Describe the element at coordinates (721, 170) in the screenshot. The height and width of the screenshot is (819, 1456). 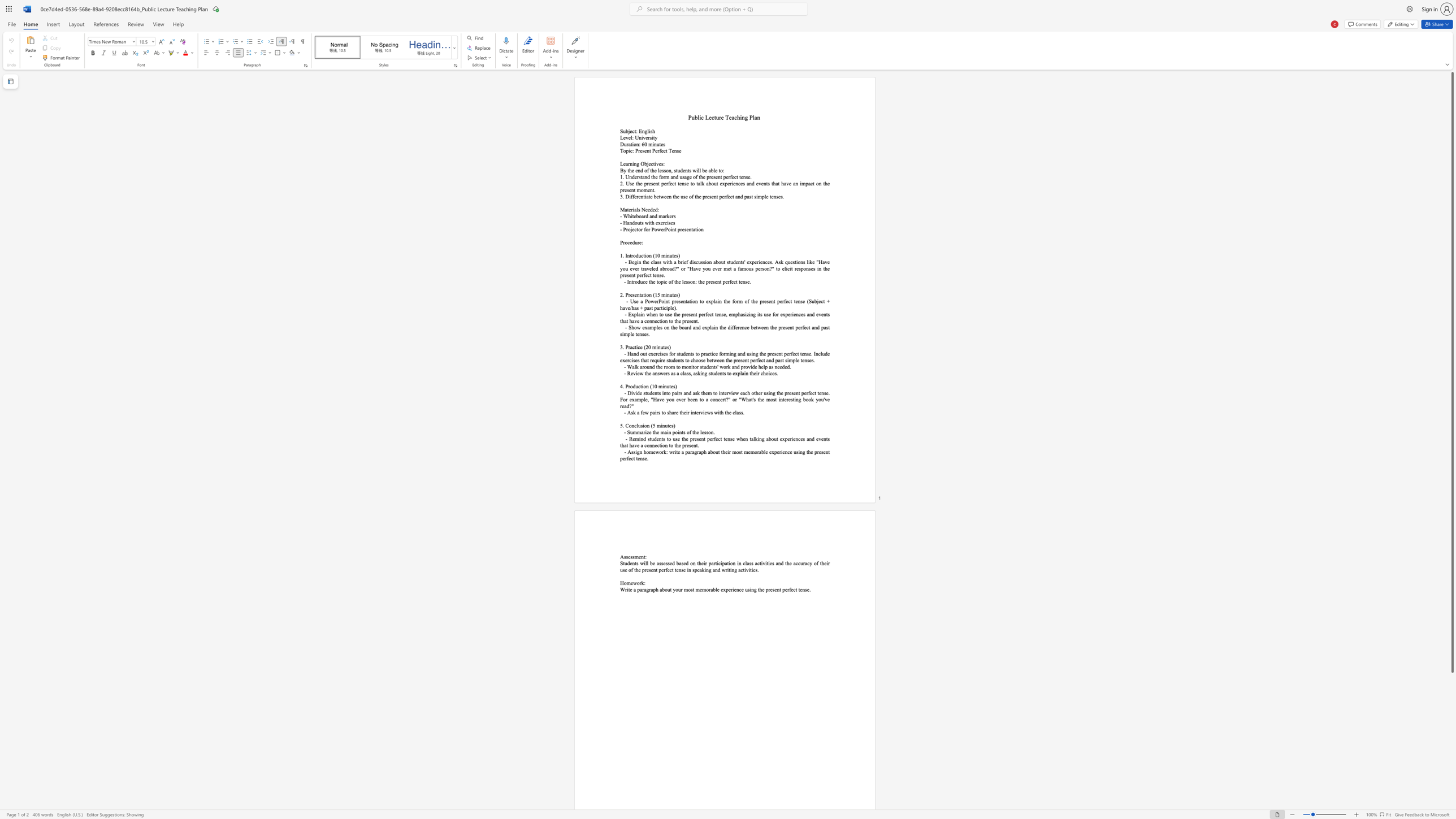
I see `the 3th character "o" in the text` at that location.